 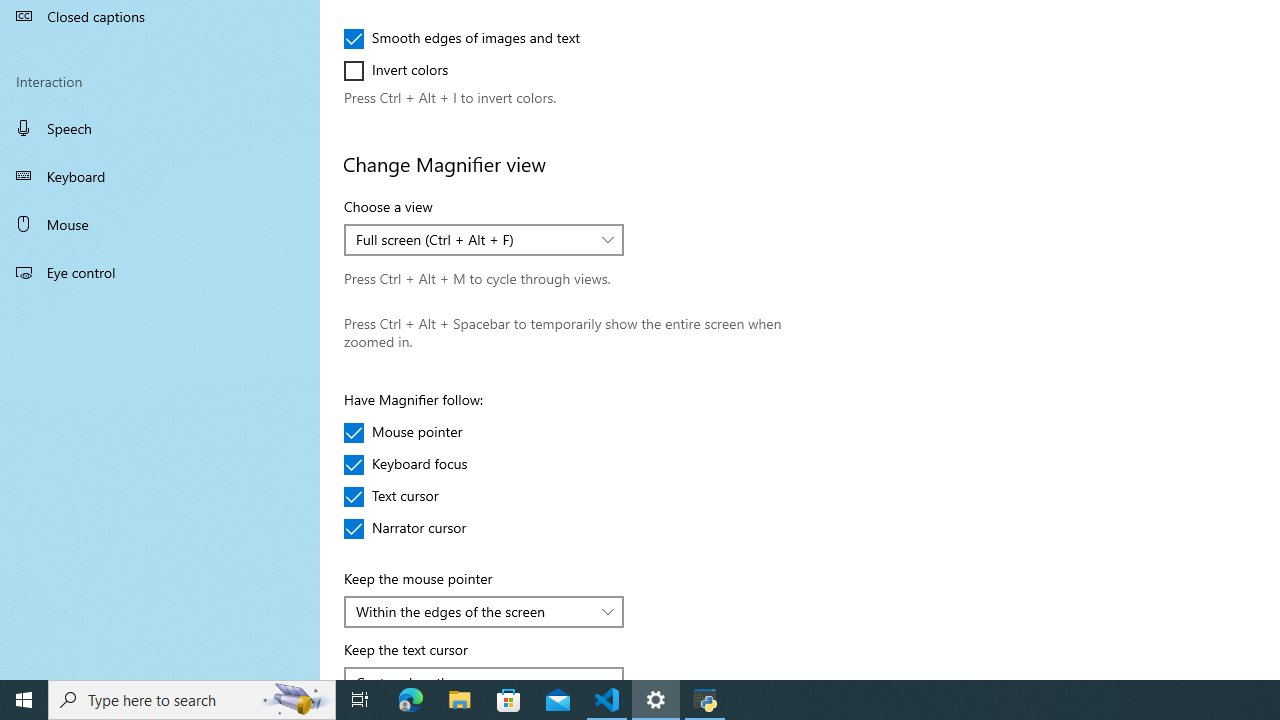 I want to click on 'Within the edges of the screen', so click(x=472, y=610).